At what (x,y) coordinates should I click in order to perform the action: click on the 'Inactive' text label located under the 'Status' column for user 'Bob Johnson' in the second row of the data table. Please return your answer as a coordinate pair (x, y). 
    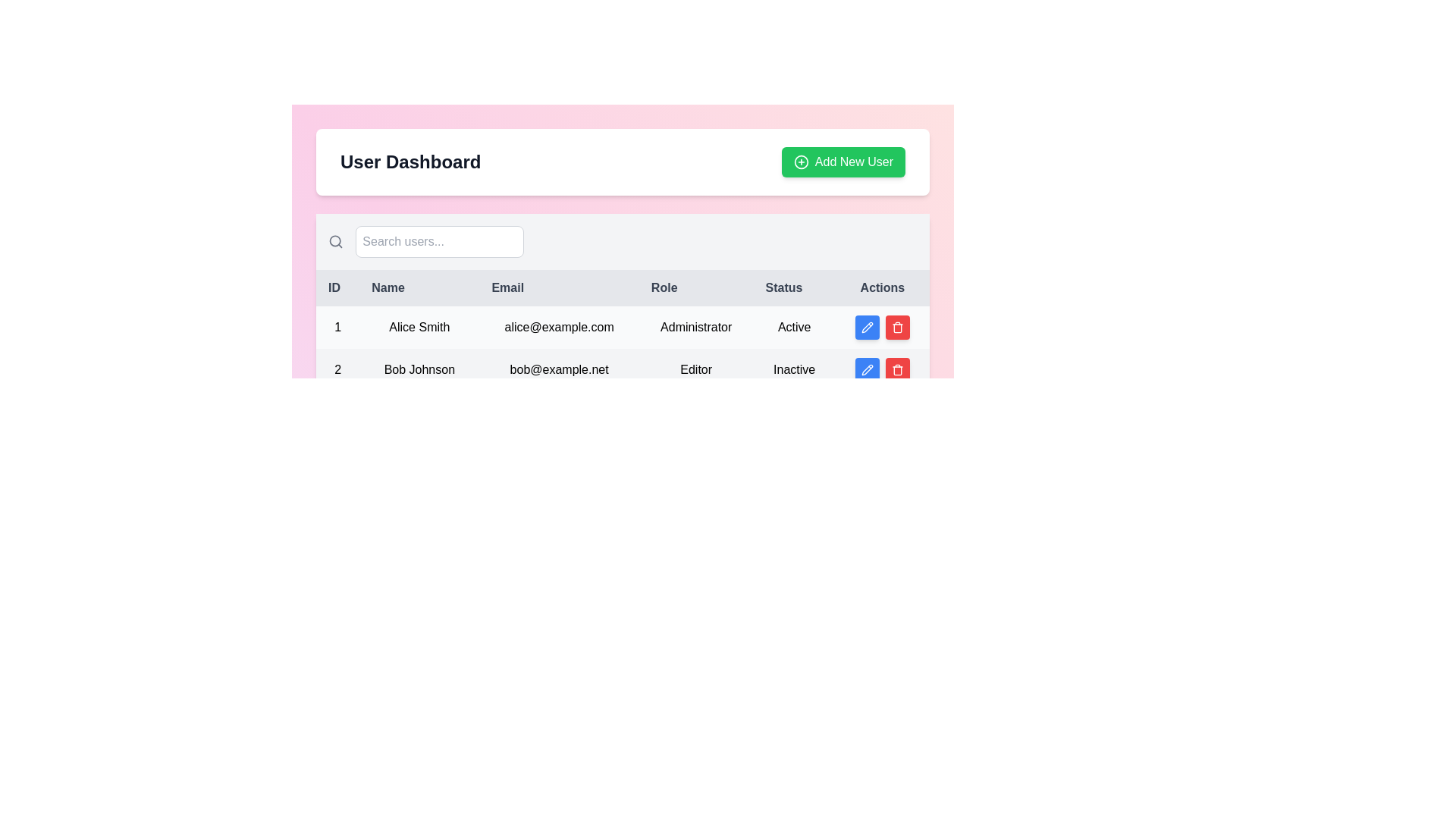
    Looking at the image, I should click on (793, 370).